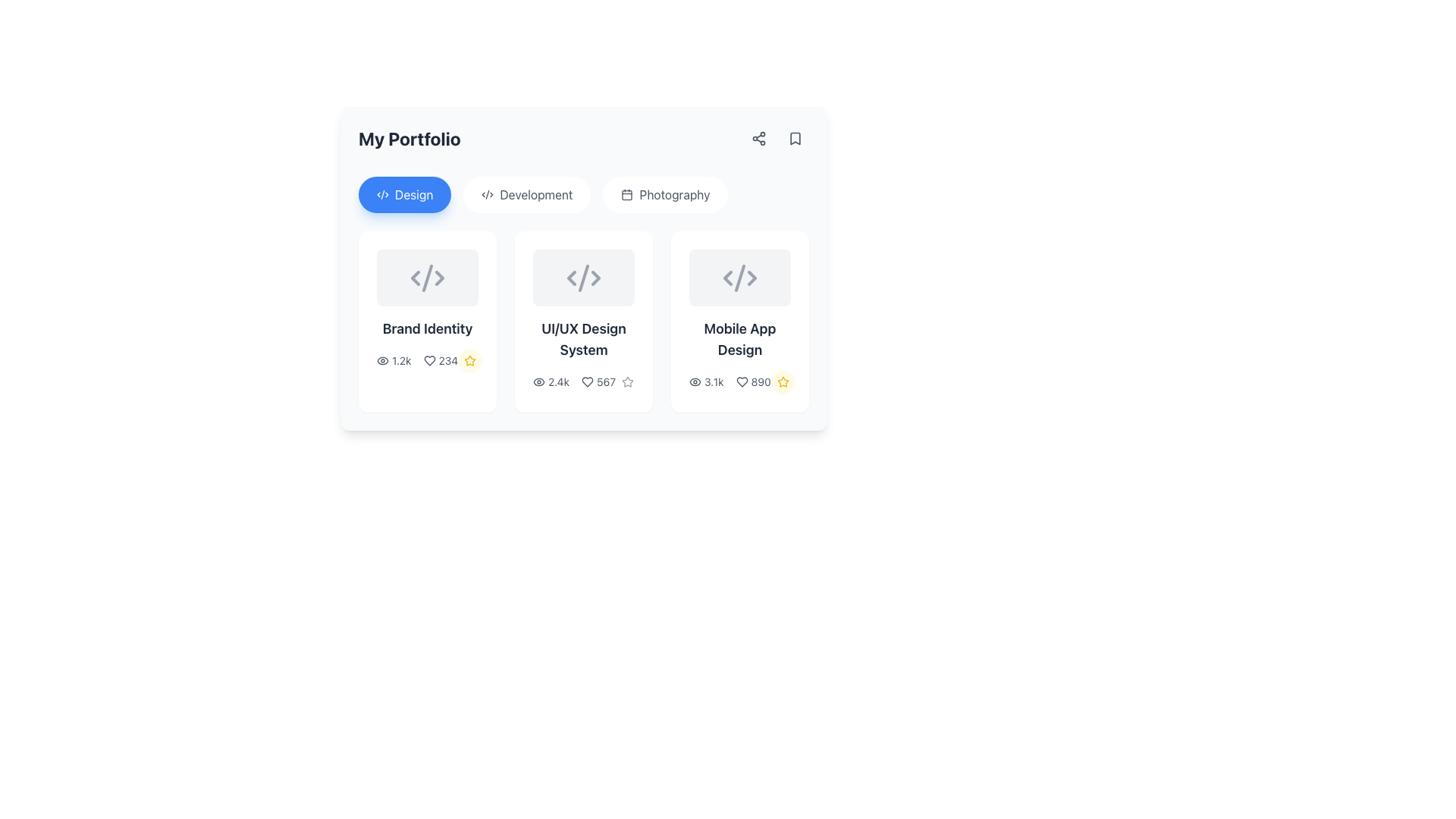  What do you see at coordinates (795, 138) in the screenshot?
I see `the bookmark icon located at the top-right corner of the card layout` at bounding box center [795, 138].